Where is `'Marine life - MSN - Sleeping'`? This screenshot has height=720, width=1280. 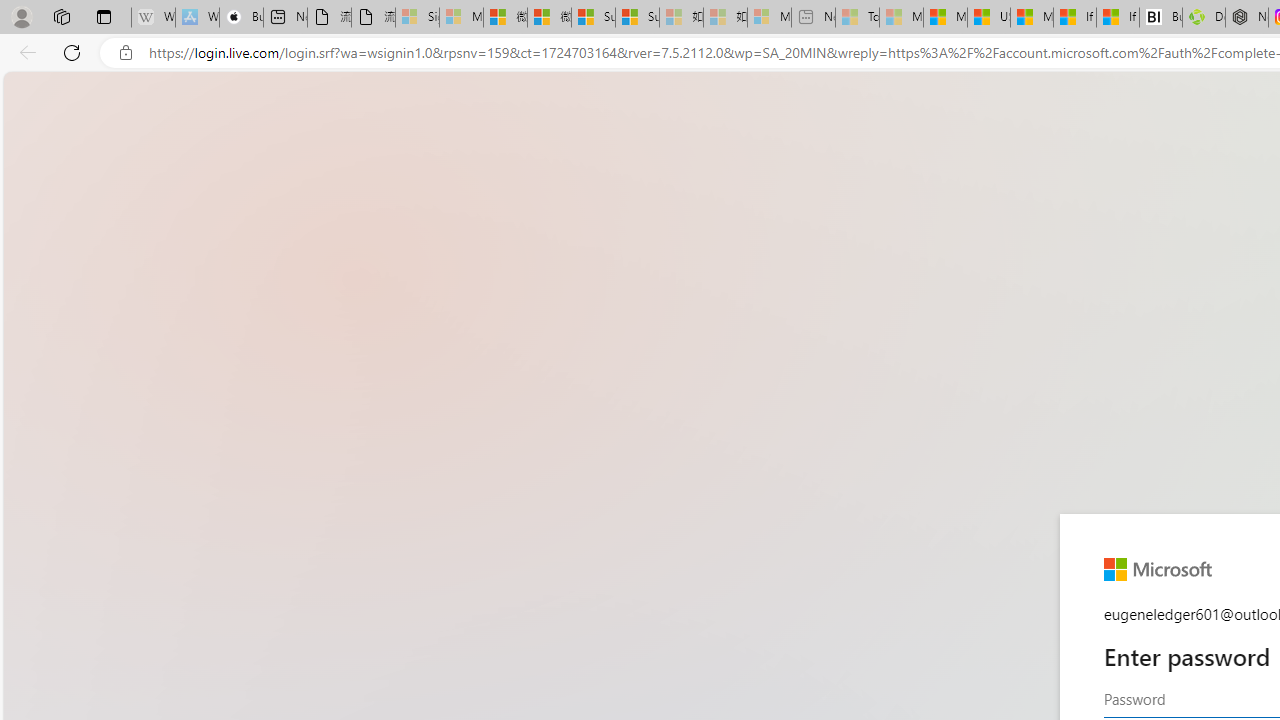 'Marine life - MSN - Sleeping' is located at coordinates (900, 17).